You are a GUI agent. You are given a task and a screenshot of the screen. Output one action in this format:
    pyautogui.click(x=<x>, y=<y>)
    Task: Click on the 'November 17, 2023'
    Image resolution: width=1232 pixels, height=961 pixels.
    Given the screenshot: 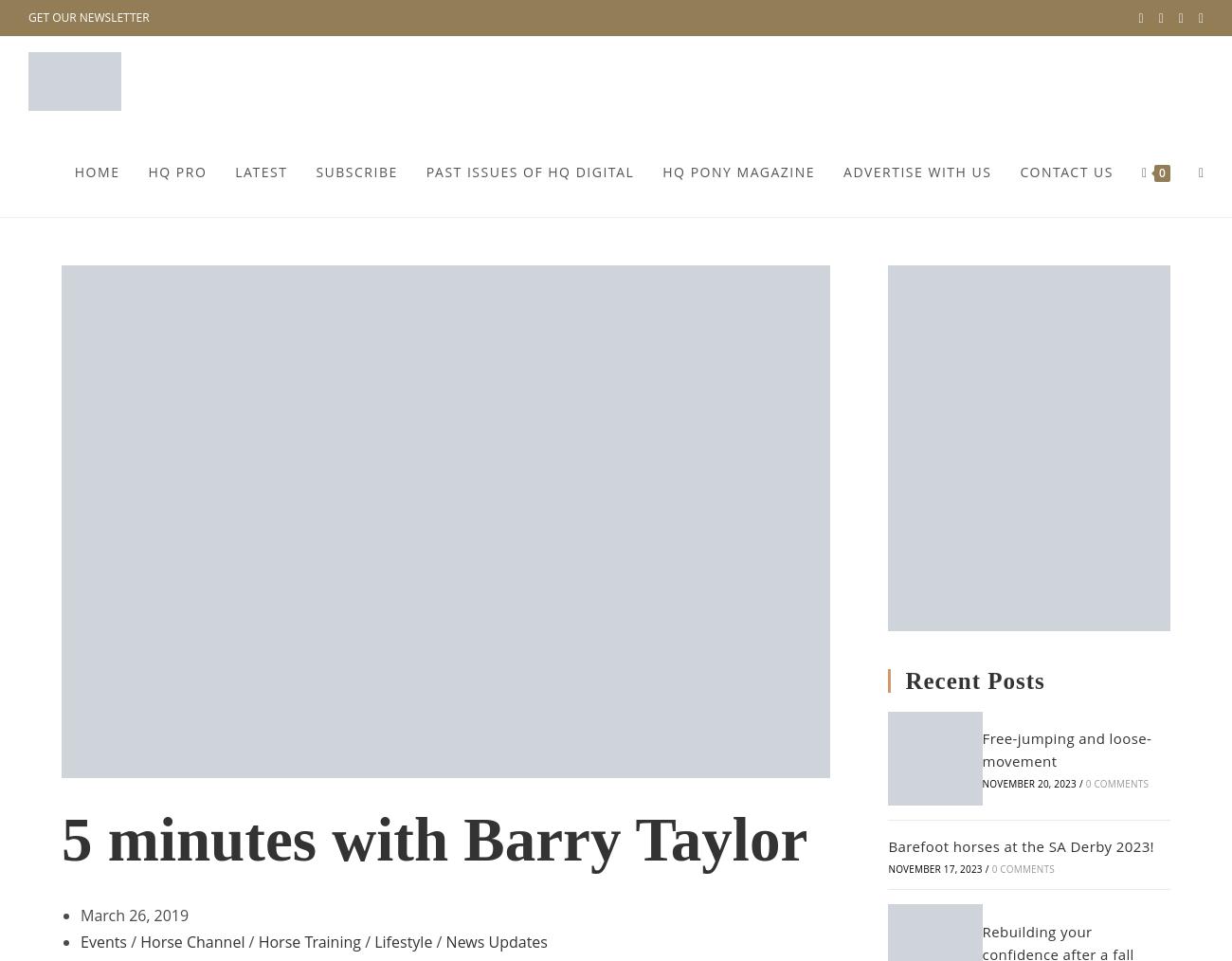 What is the action you would take?
    pyautogui.click(x=933, y=867)
    